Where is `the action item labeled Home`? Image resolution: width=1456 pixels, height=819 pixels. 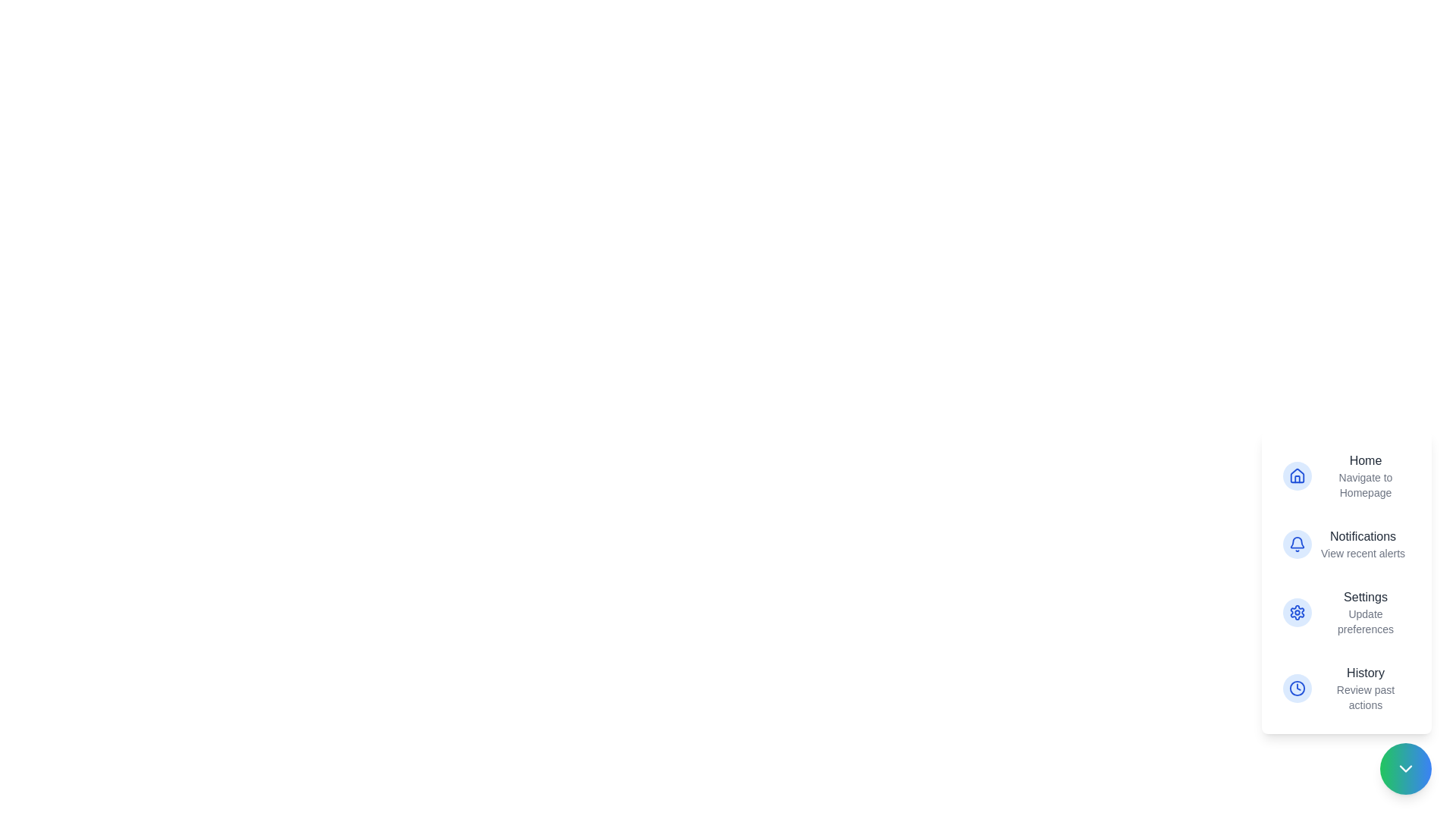 the action item labeled Home is located at coordinates (1347, 475).